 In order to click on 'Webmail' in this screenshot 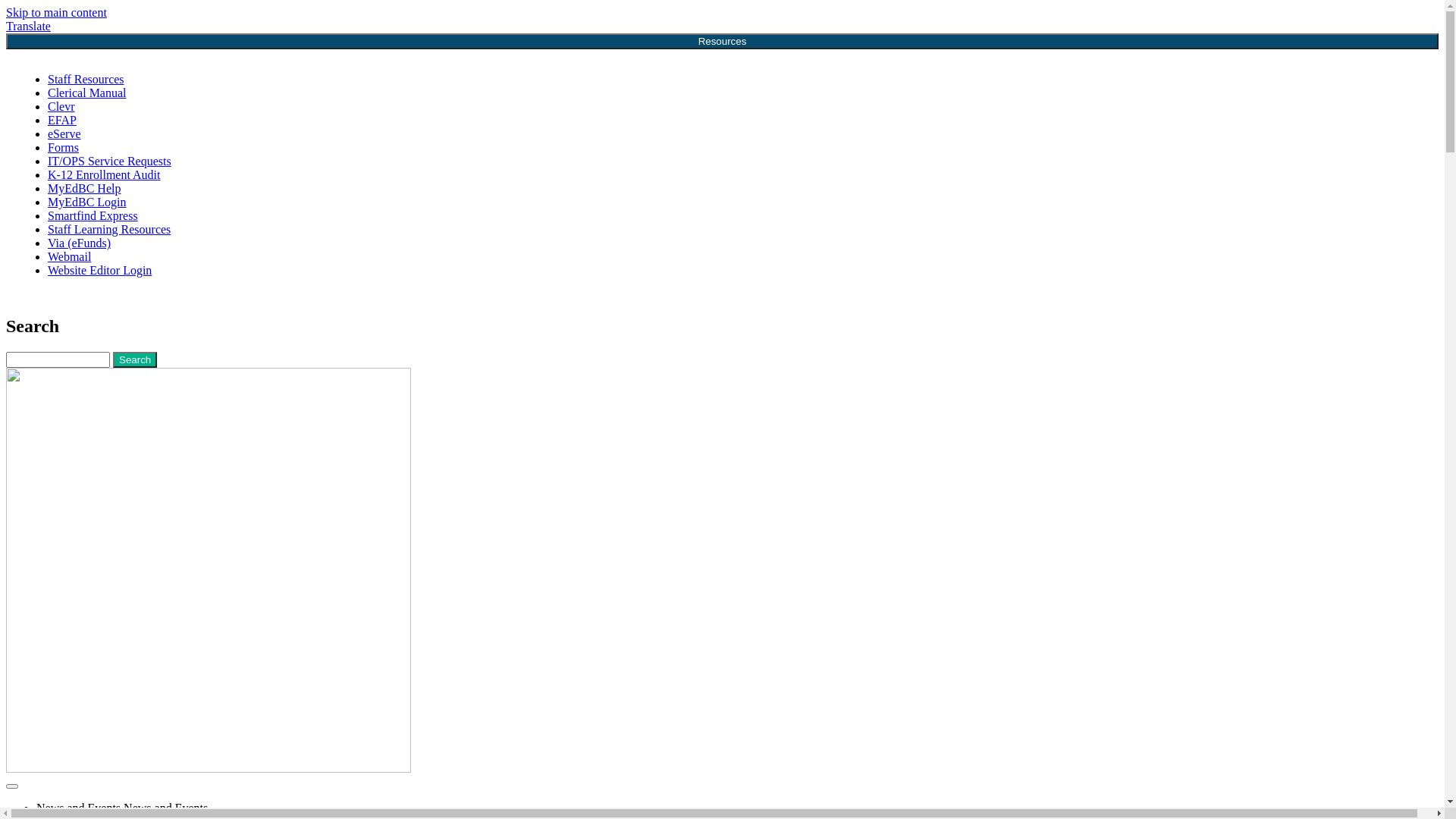, I will do `click(68, 256)`.